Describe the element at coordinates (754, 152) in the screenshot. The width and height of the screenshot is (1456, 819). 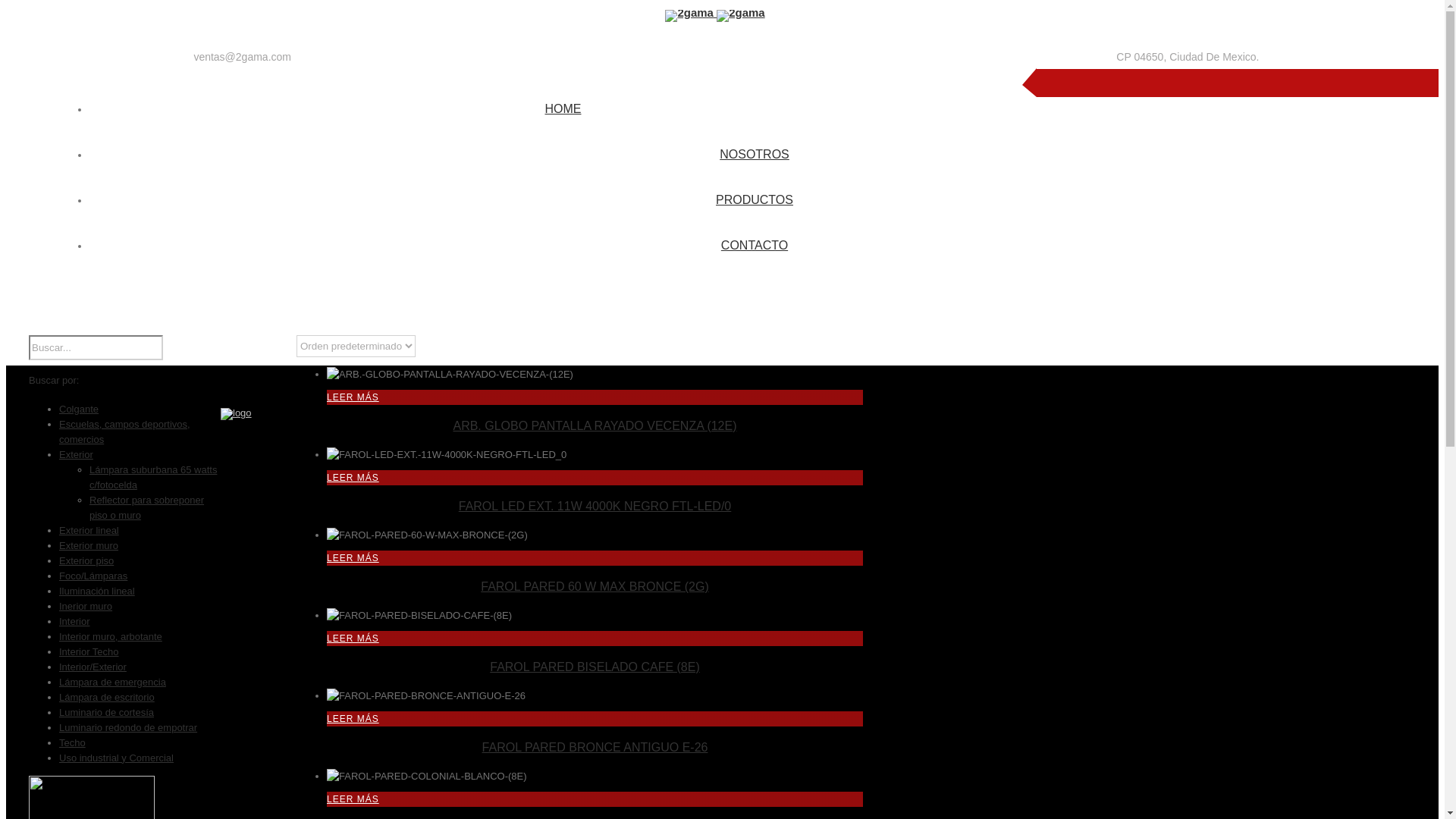
I see `'NOSOTROS'` at that location.